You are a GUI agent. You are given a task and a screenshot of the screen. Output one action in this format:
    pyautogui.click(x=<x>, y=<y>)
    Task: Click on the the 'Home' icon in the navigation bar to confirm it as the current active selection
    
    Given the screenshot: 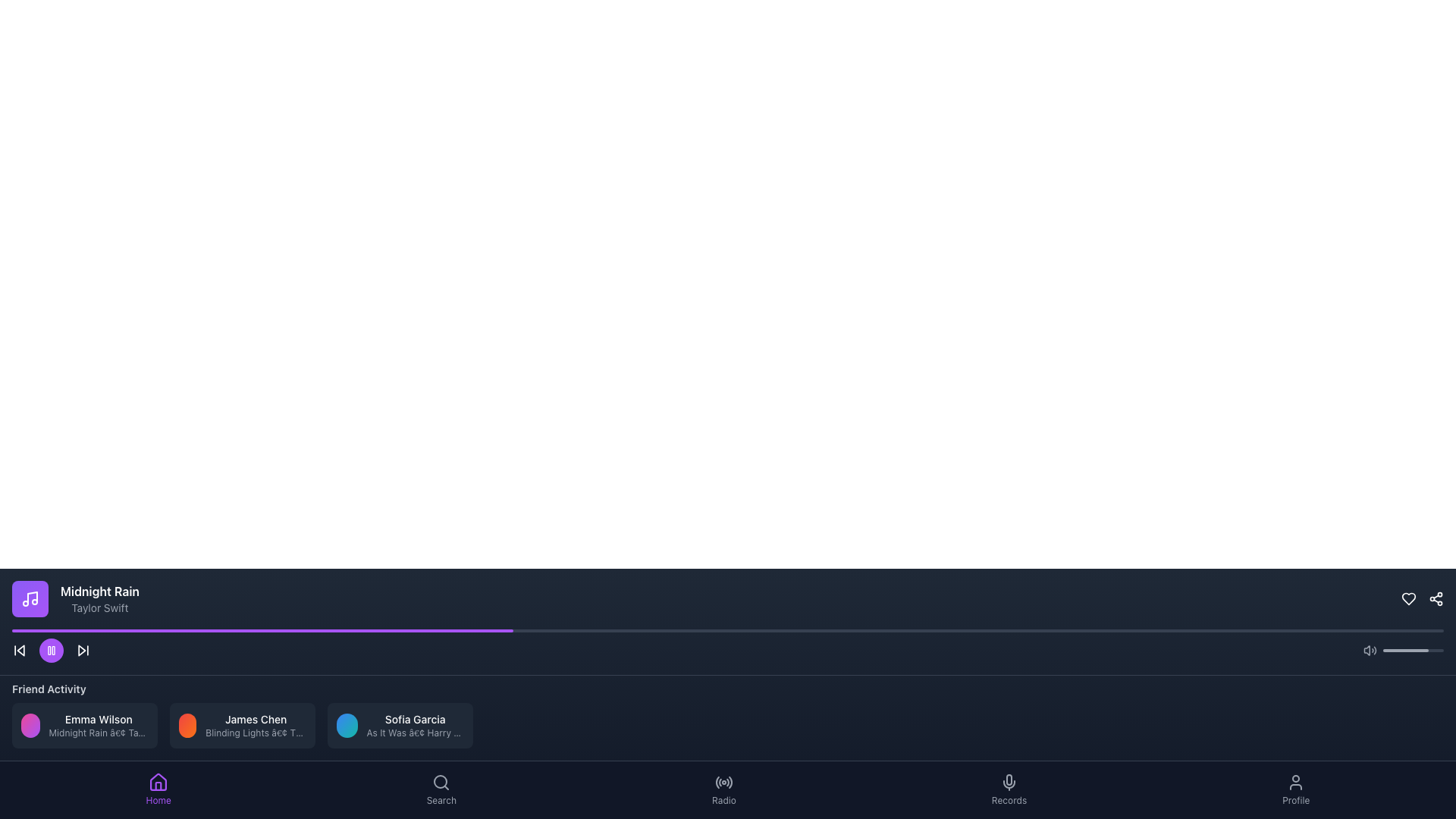 What is the action you would take?
    pyautogui.click(x=158, y=783)
    